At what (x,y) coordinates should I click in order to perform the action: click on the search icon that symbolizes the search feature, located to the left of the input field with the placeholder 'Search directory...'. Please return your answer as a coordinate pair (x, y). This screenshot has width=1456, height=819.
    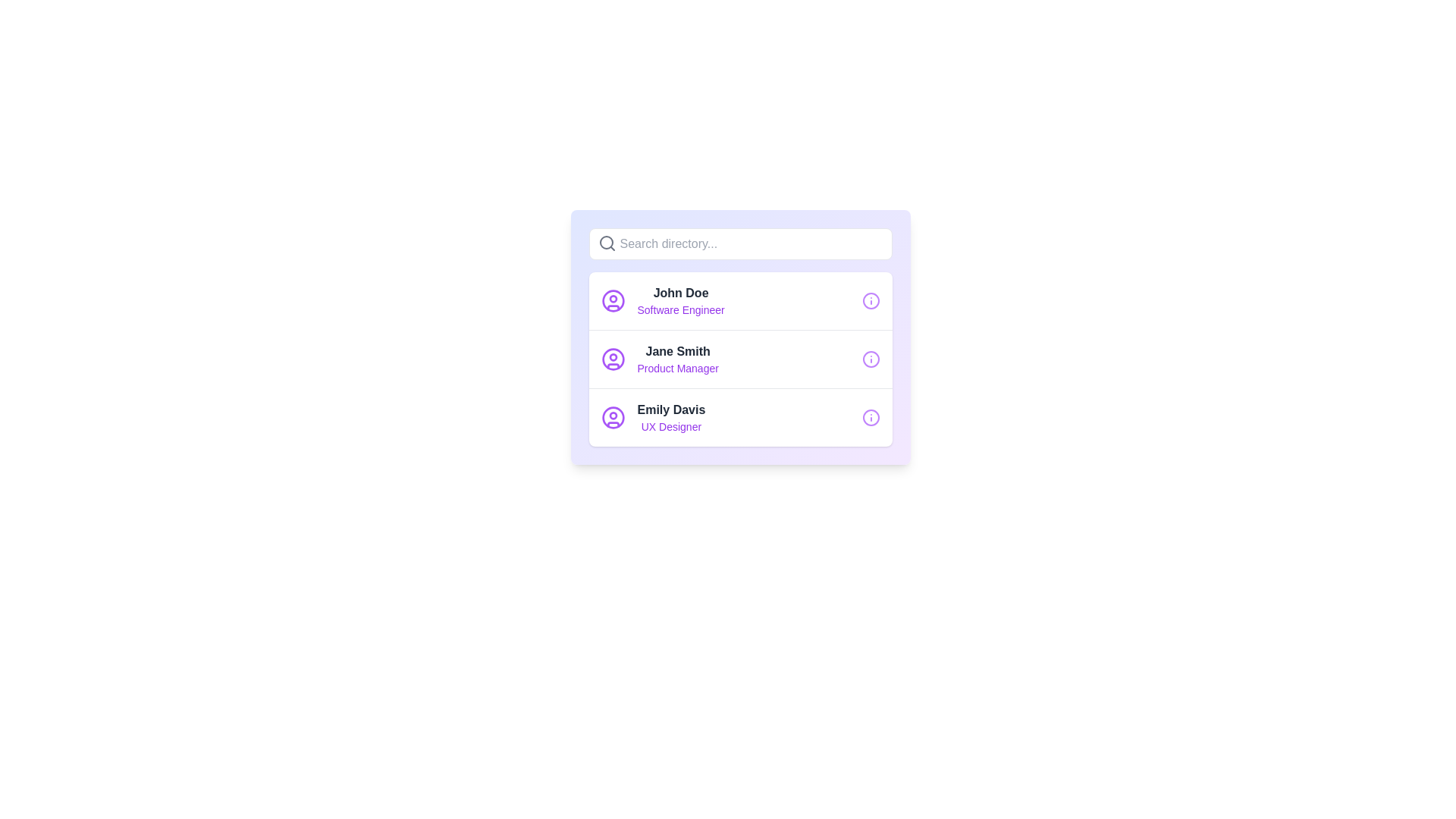
    Looking at the image, I should click on (607, 242).